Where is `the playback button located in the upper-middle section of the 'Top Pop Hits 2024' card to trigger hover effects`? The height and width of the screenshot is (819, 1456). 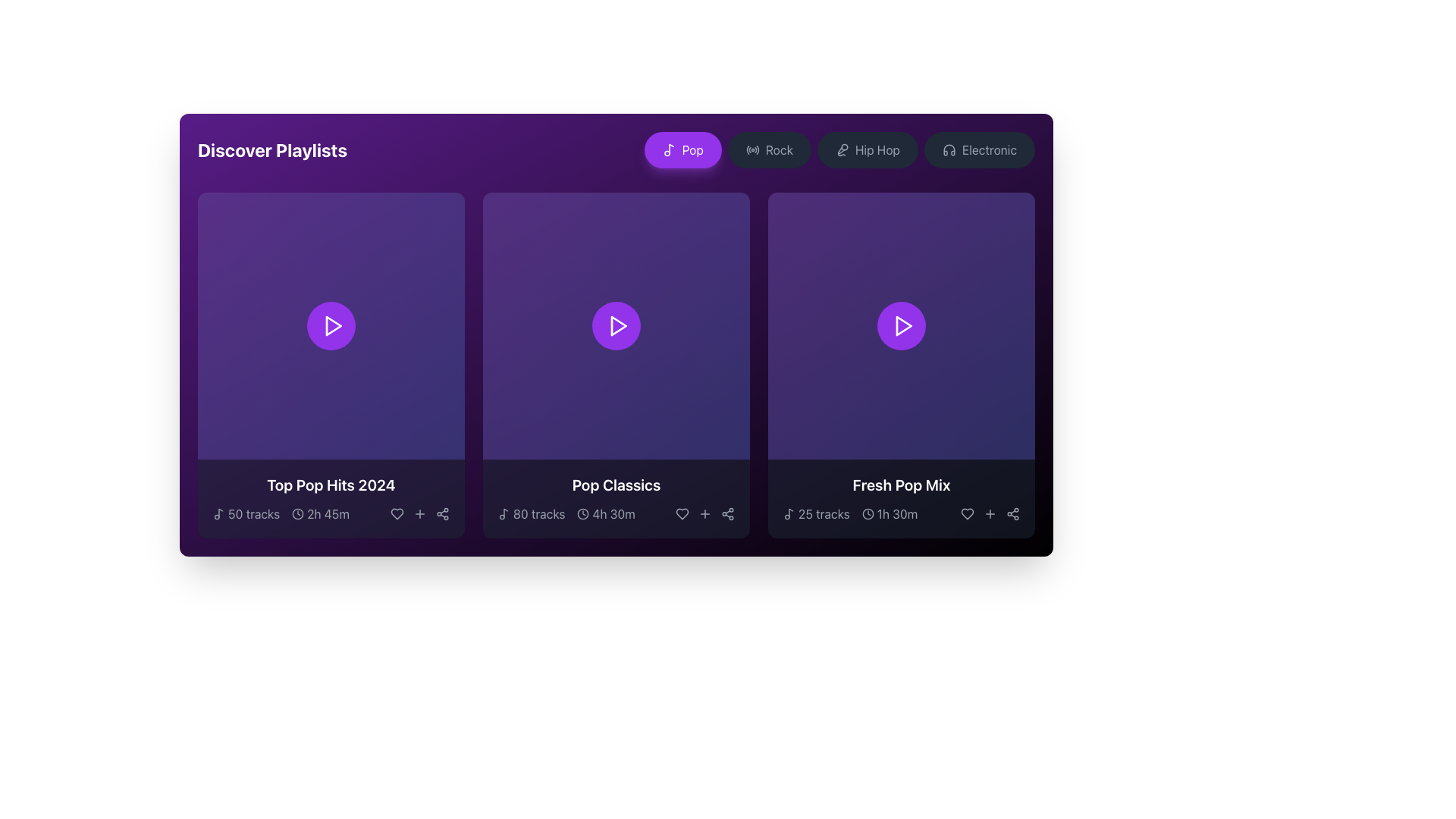
the playback button located in the upper-middle section of the 'Top Pop Hits 2024' card to trigger hover effects is located at coordinates (330, 325).